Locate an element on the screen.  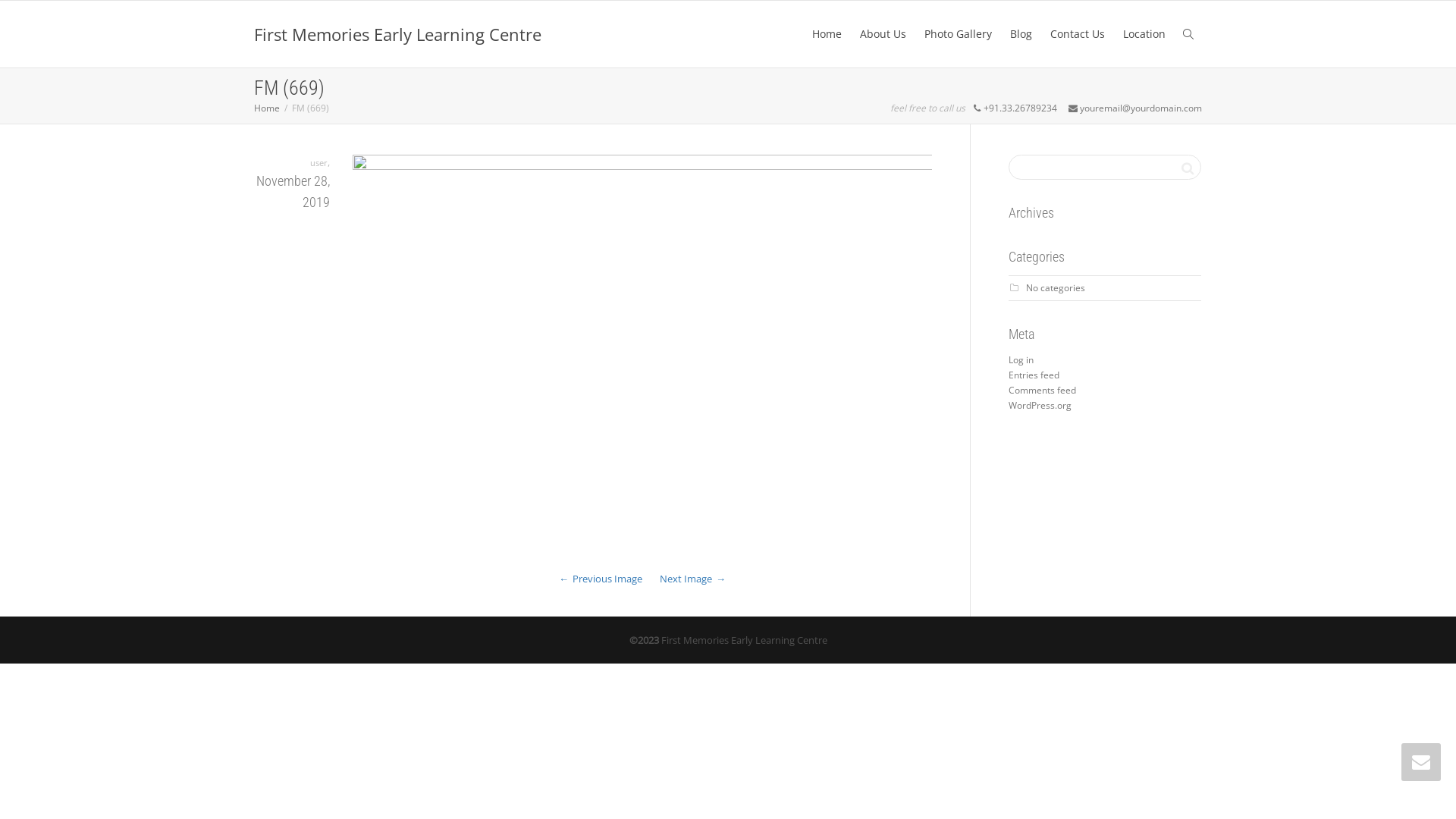
'Location' is located at coordinates (1144, 34).